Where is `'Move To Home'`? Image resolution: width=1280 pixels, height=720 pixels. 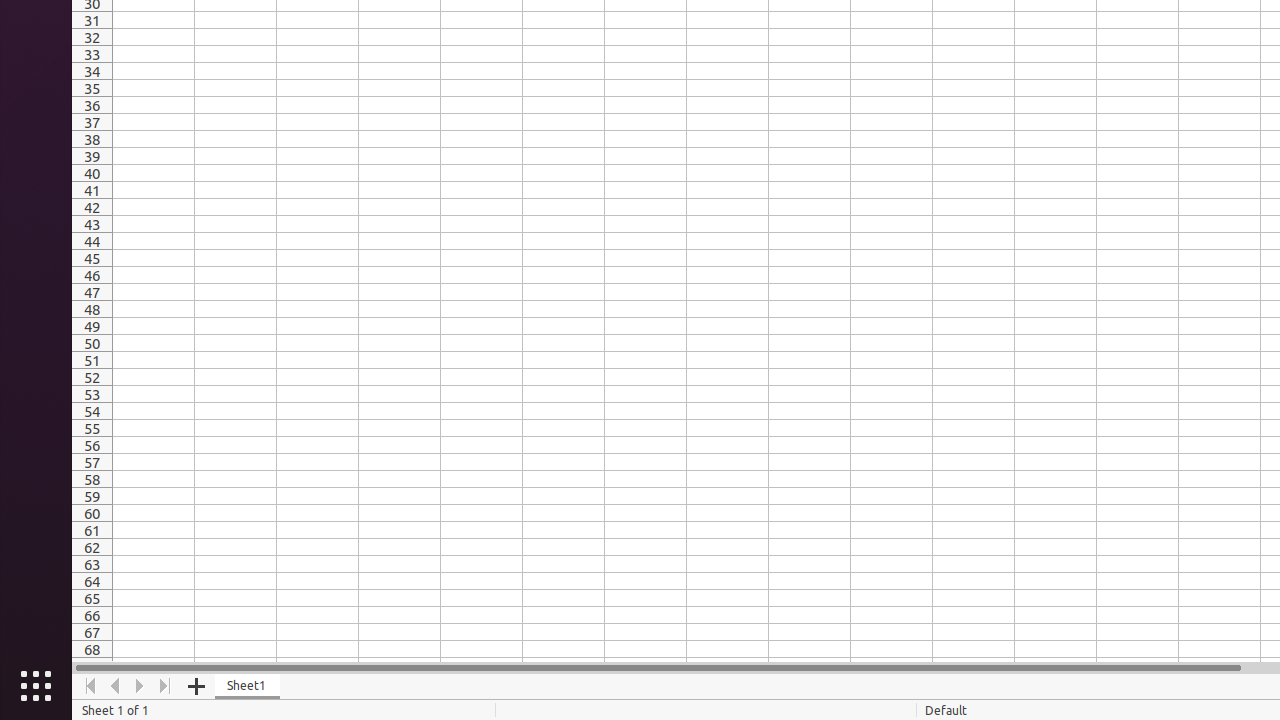 'Move To Home' is located at coordinates (89, 685).